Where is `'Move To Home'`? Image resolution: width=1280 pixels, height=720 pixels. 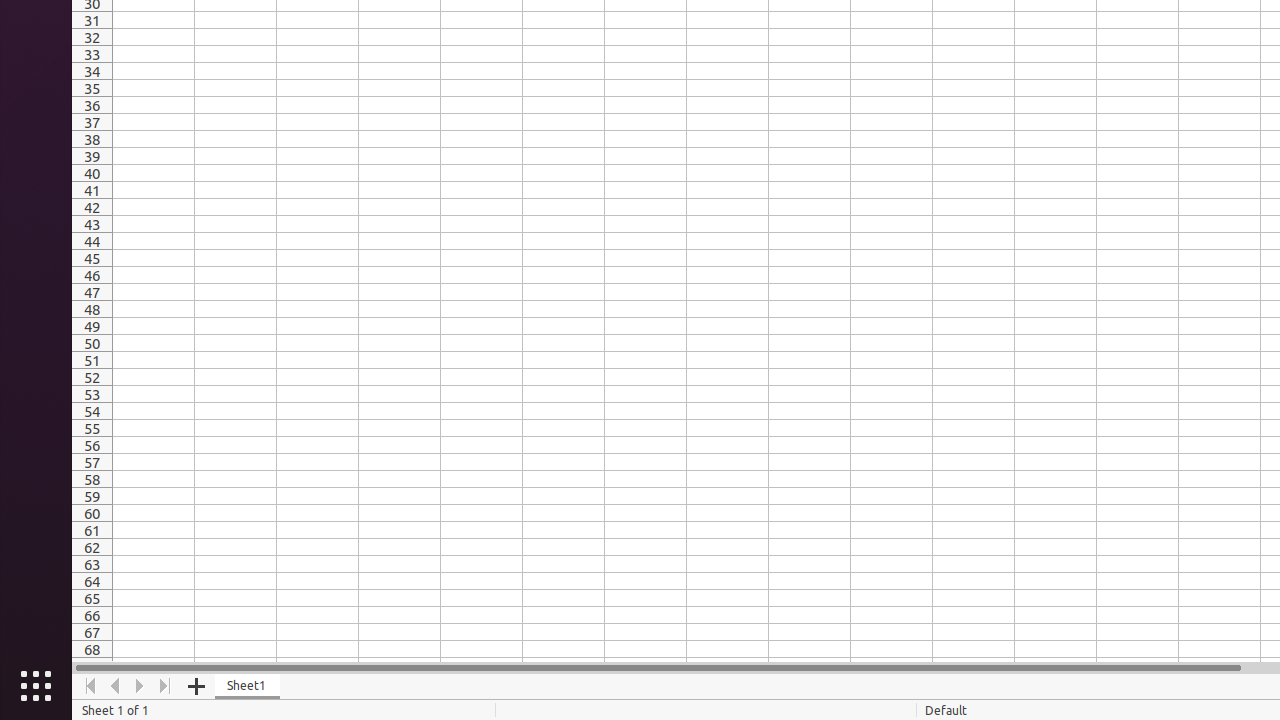 'Move To Home' is located at coordinates (89, 685).